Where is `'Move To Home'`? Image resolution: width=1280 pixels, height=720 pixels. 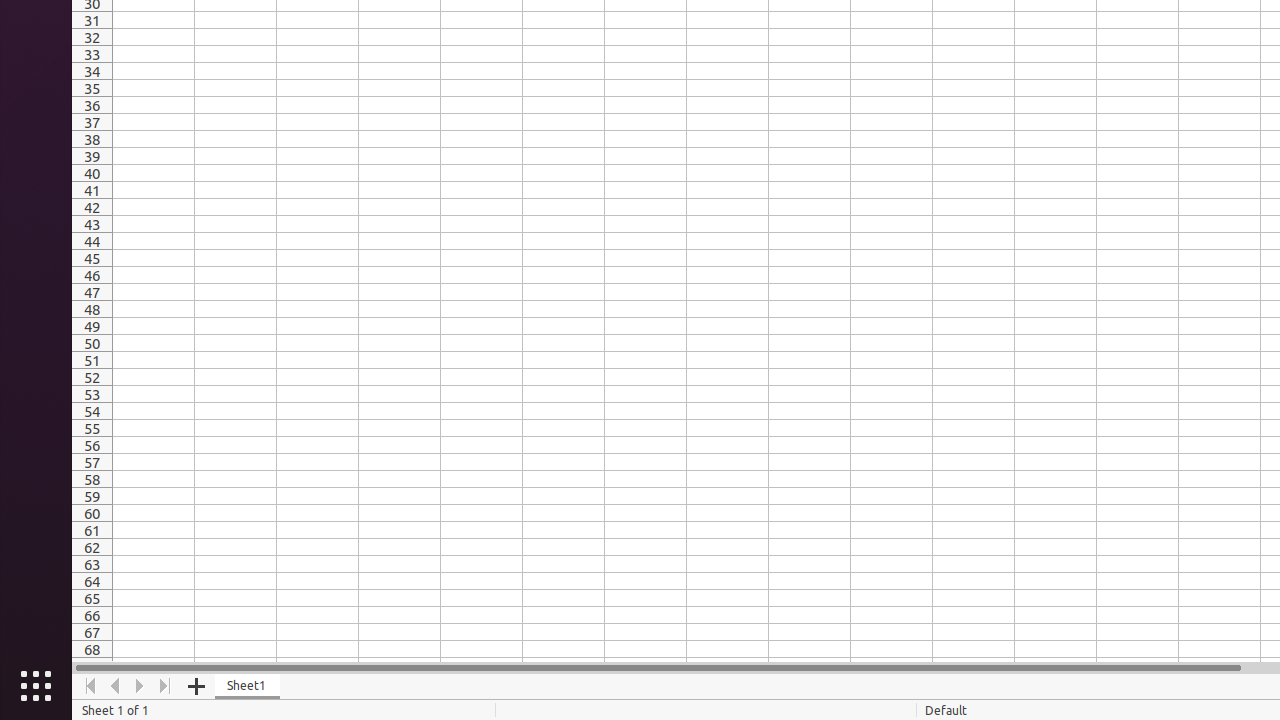 'Move To Home' is located at coordinates (89, 685).